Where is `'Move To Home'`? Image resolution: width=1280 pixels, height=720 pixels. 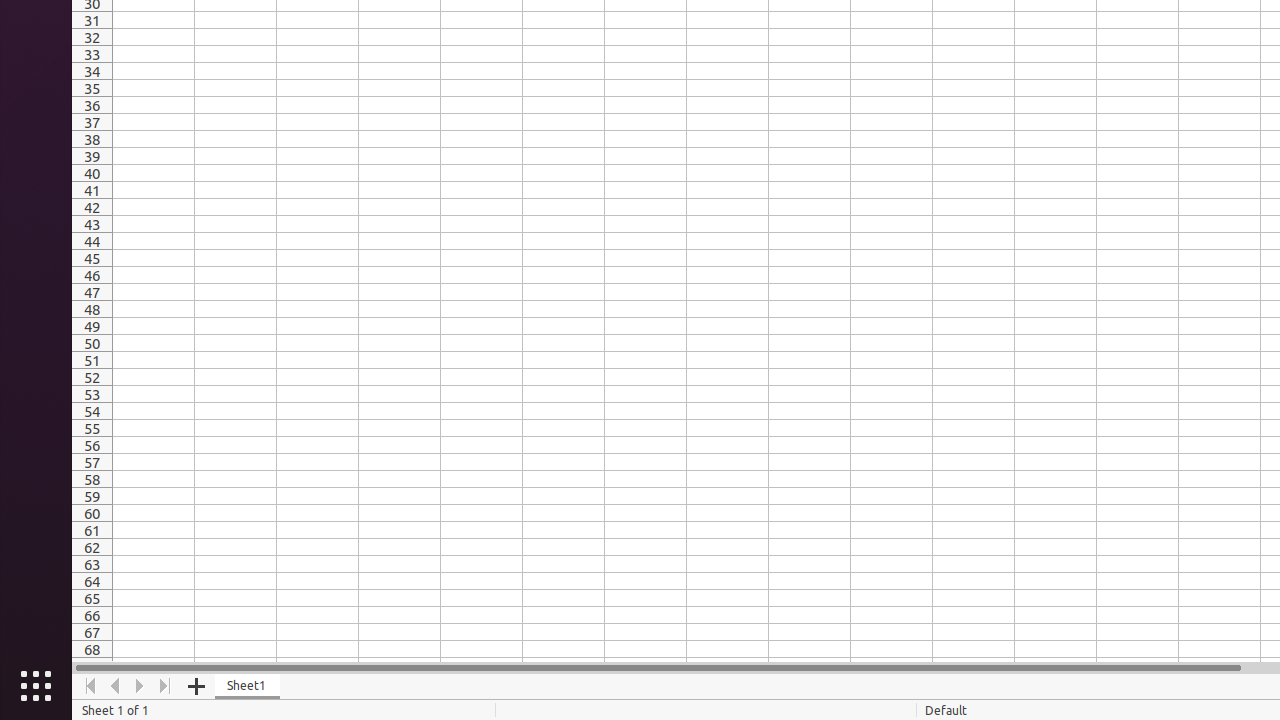 'Move To Home' is located at coordinates (89, 685).